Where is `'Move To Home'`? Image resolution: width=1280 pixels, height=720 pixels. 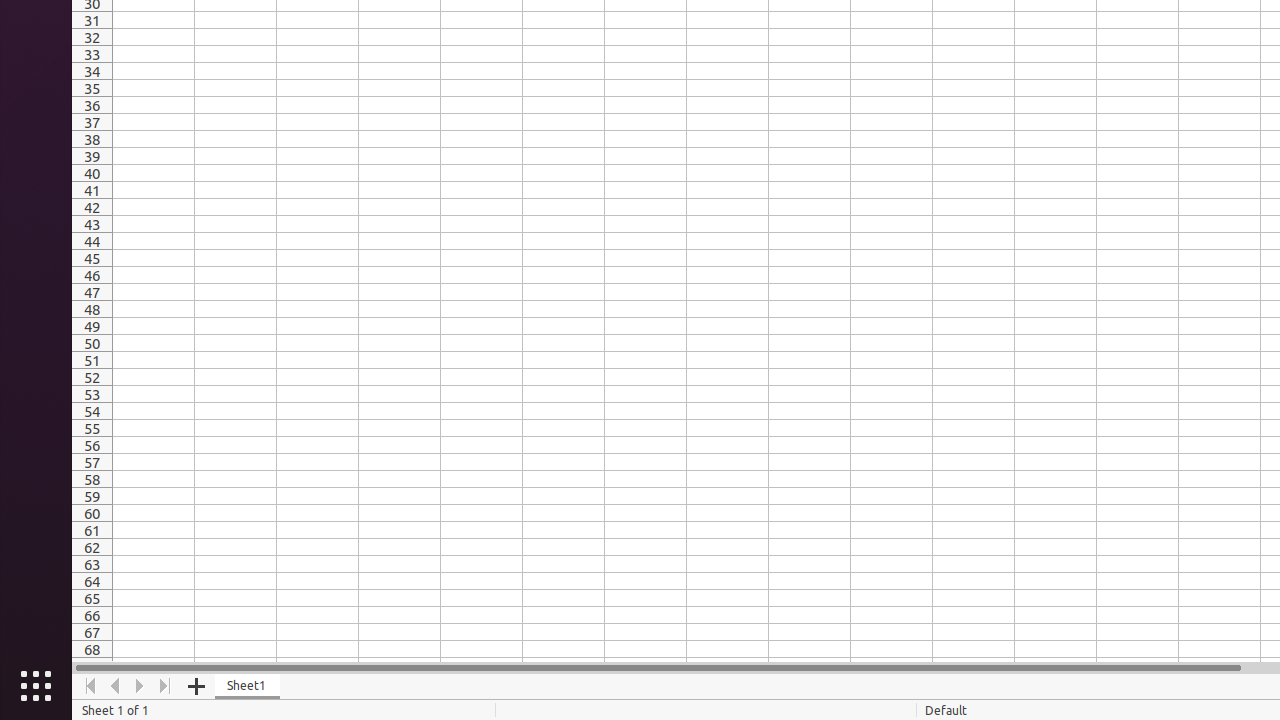 'Move To Home' is located at coordinates (89, 685).